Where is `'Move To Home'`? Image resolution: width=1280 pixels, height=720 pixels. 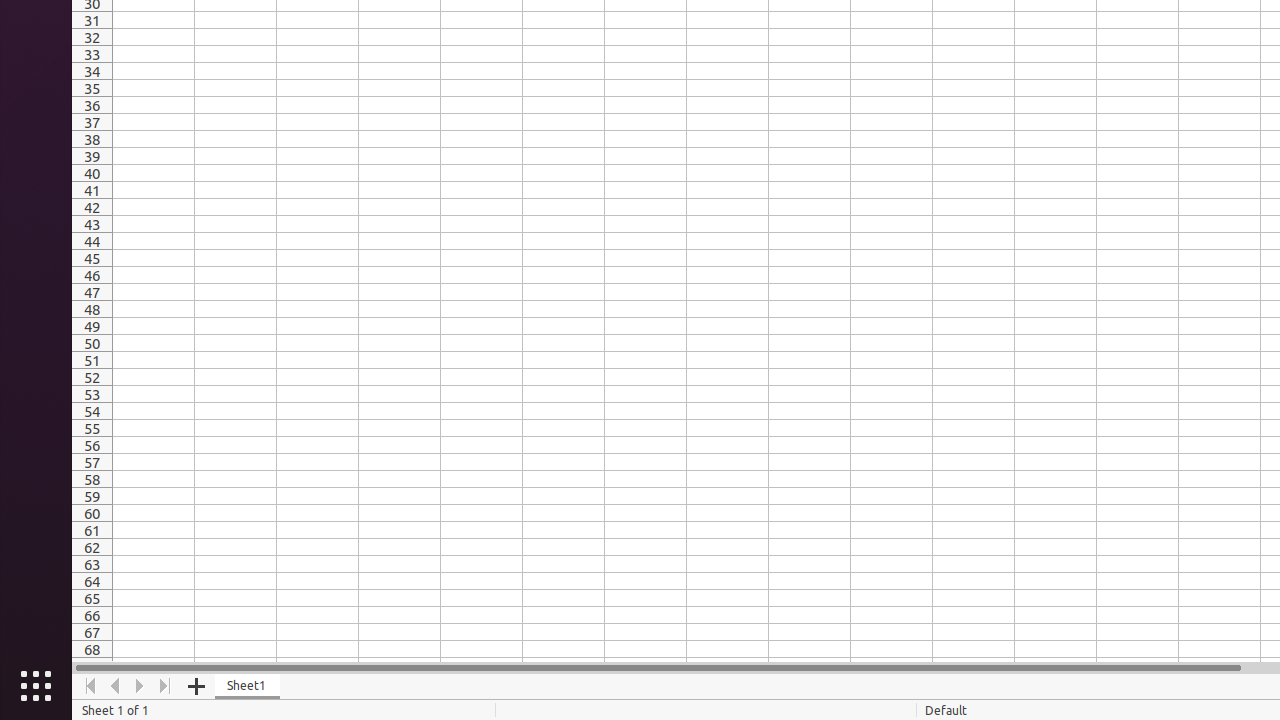 'Move To Home' is located at coordinates (89, 685).